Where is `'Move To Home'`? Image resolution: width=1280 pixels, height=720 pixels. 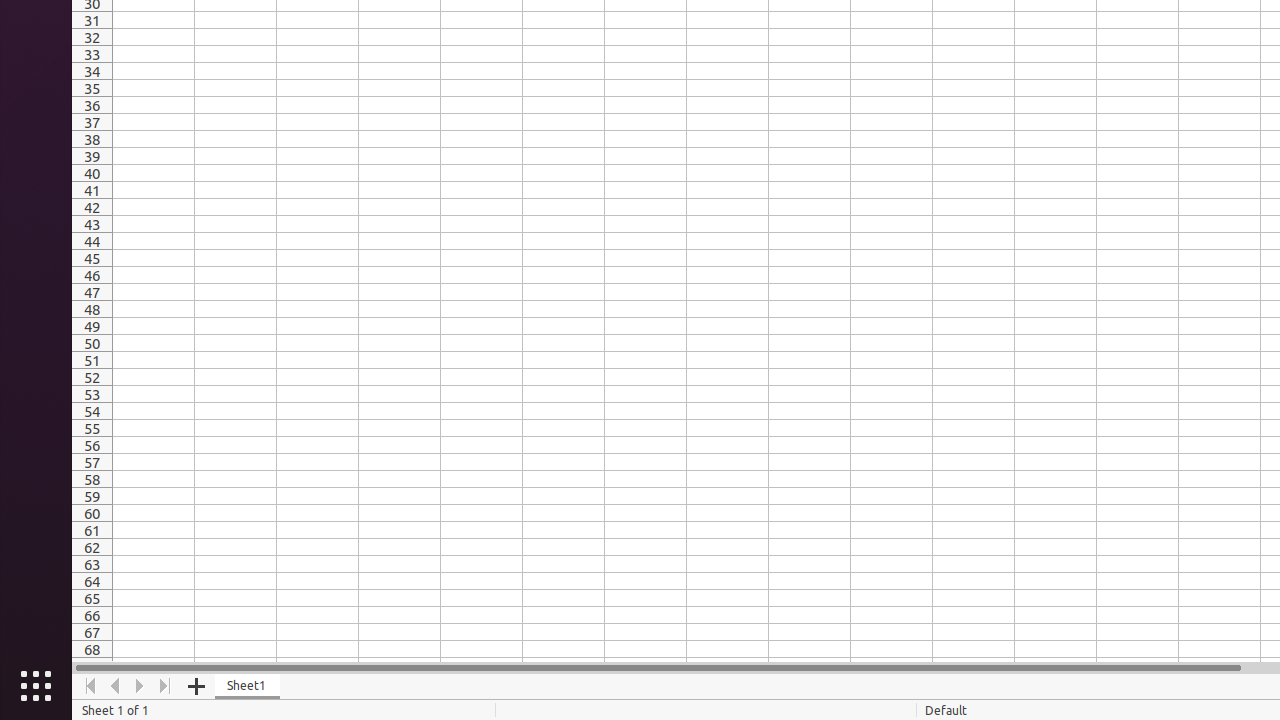 'Move To Home' is located at coordinates (89, 685).